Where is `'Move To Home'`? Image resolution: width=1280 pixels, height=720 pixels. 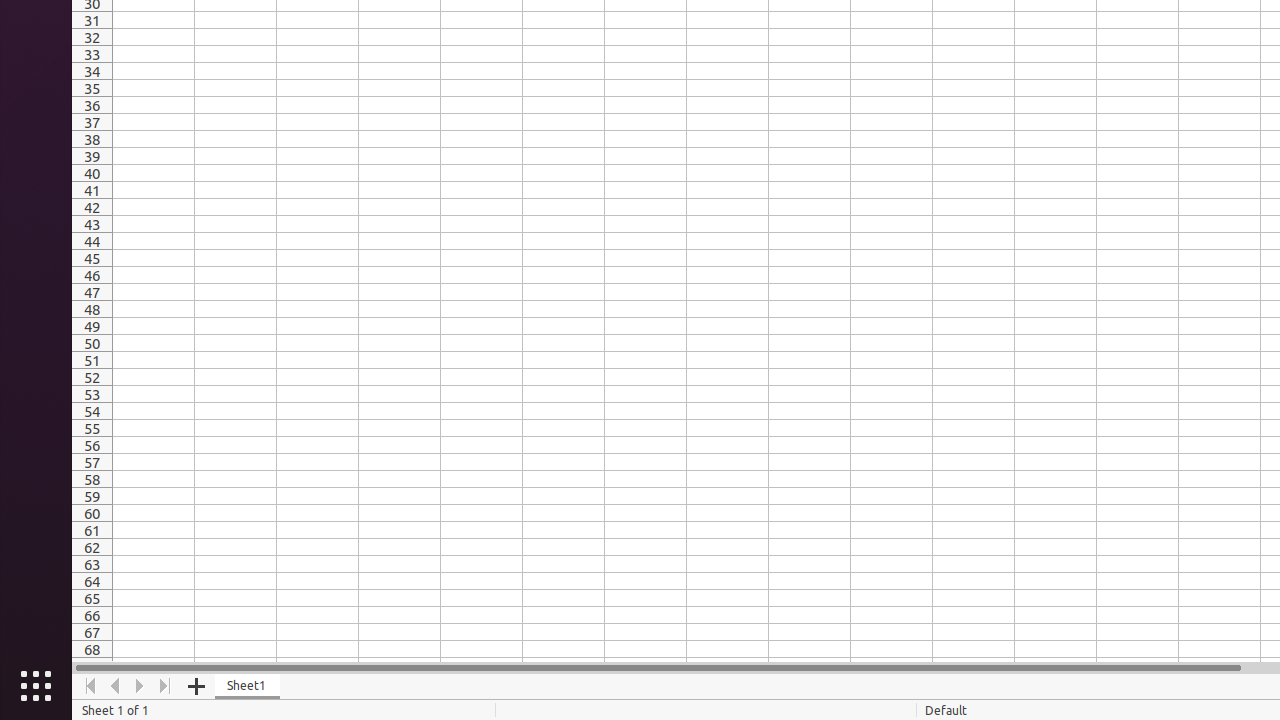 'Move To Home' is located at coordinates (89, 685).